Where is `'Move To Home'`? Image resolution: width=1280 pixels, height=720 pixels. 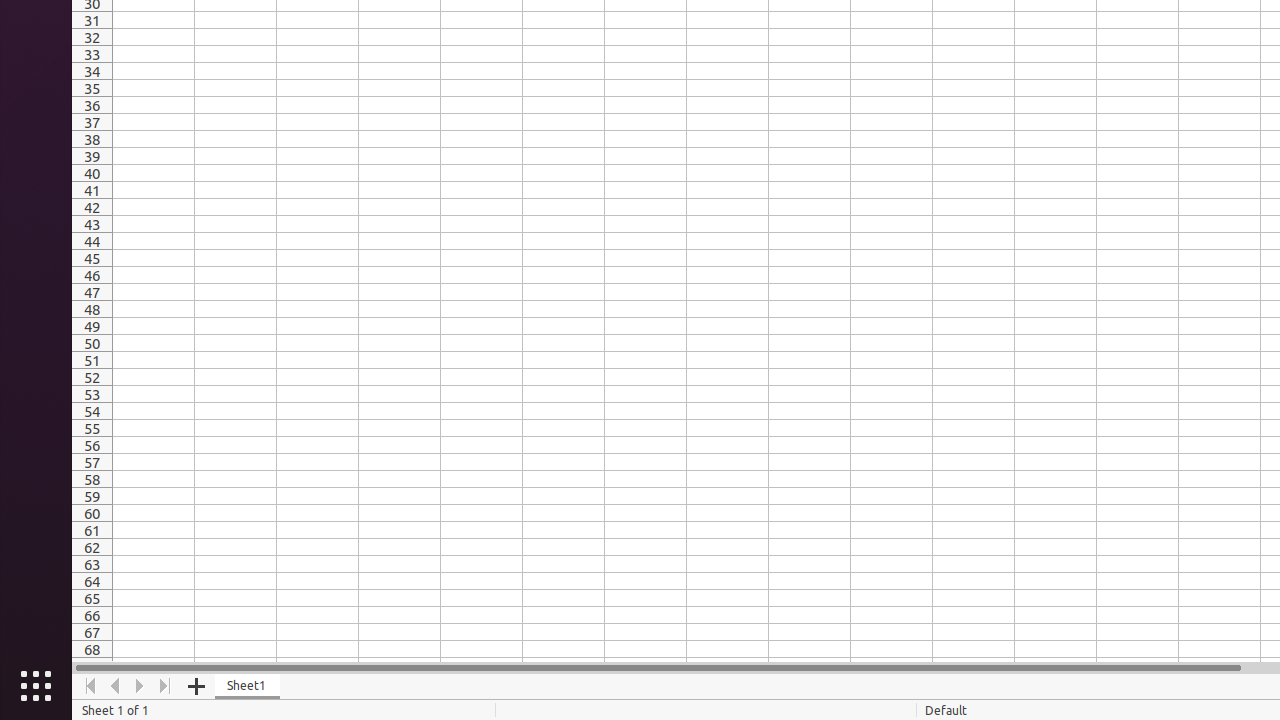 'Move To Home' is located at coordinates (89, 685).